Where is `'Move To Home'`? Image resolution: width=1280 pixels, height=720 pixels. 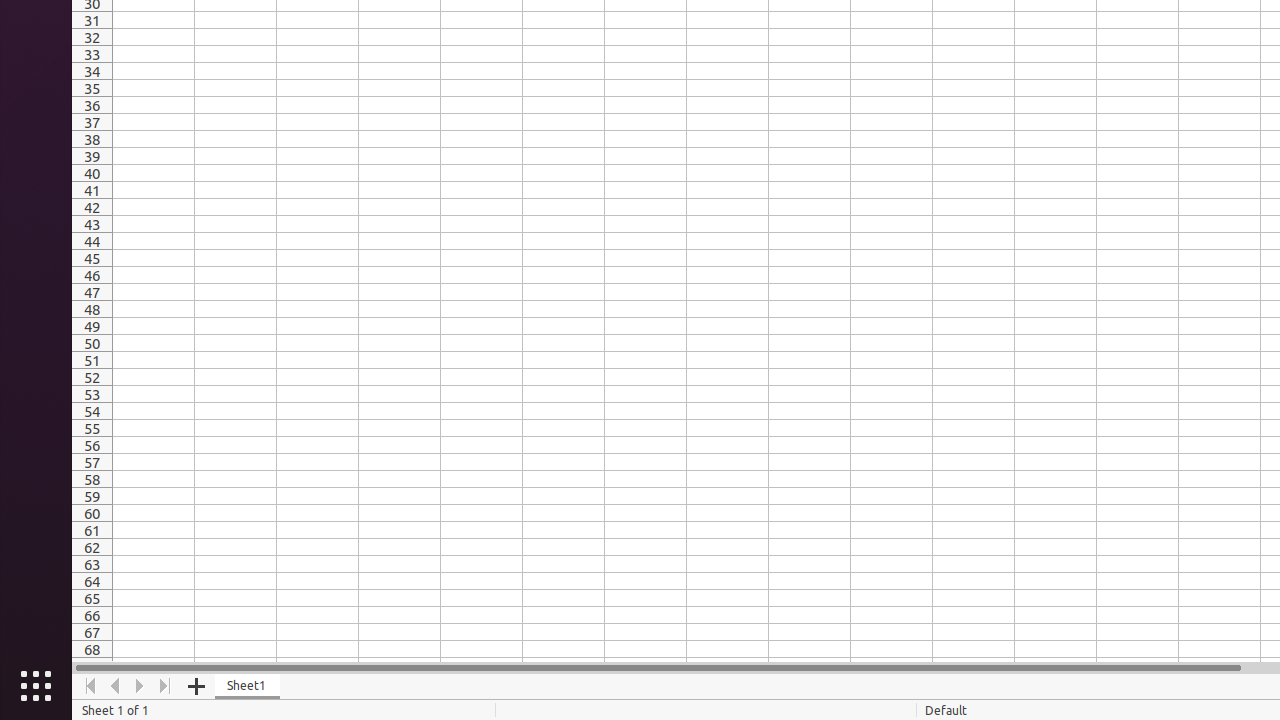 'Move To Home' is located at coordinates (89, 685).